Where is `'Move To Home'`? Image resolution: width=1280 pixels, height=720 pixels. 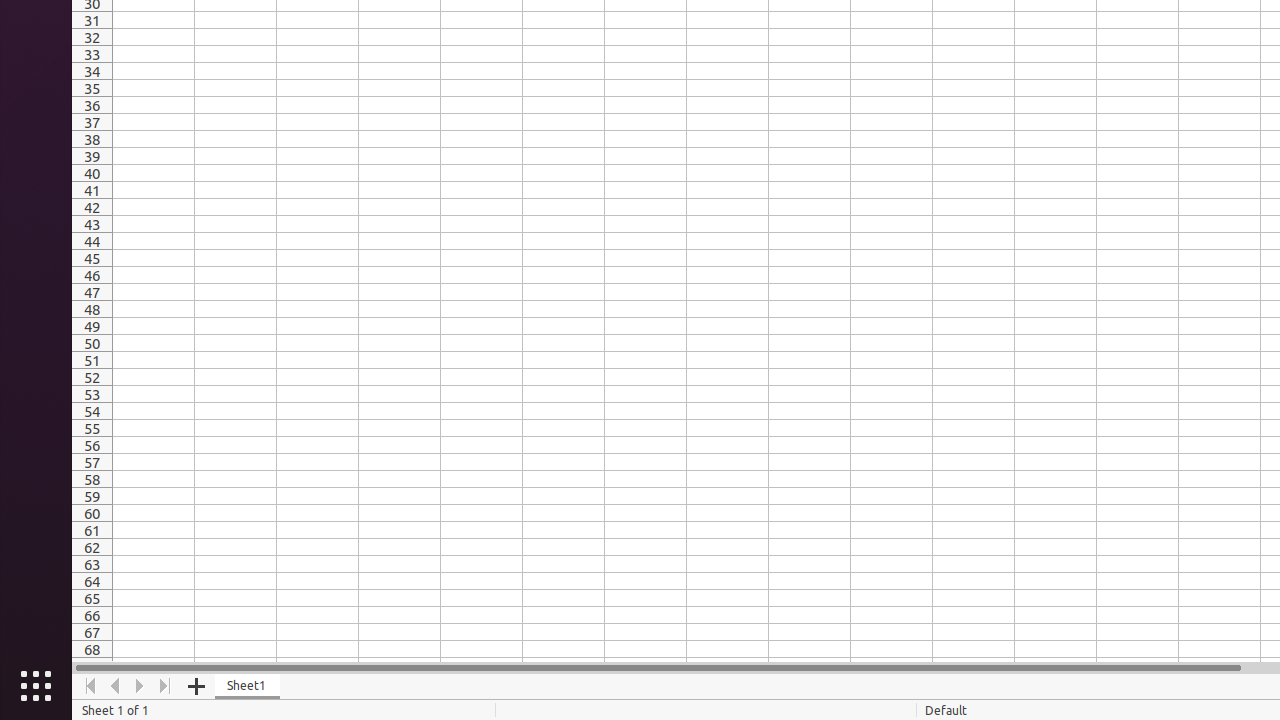 'Move To Home' is located at coordinates (89, 685).